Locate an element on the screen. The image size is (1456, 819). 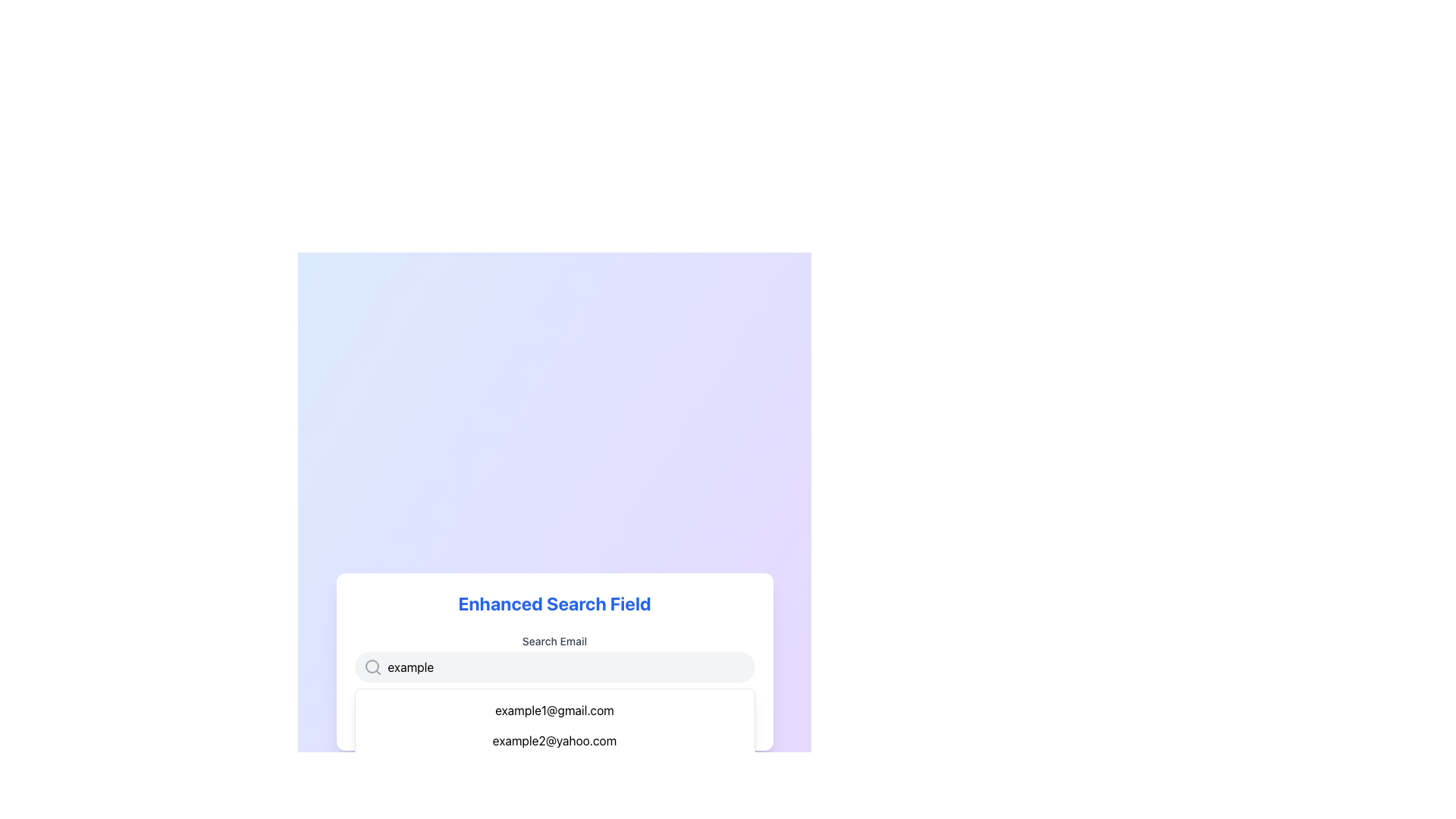
the selectable item representing the email address 'example1@gmail.com' in the dropdown list is located at coordinates (554, 711).